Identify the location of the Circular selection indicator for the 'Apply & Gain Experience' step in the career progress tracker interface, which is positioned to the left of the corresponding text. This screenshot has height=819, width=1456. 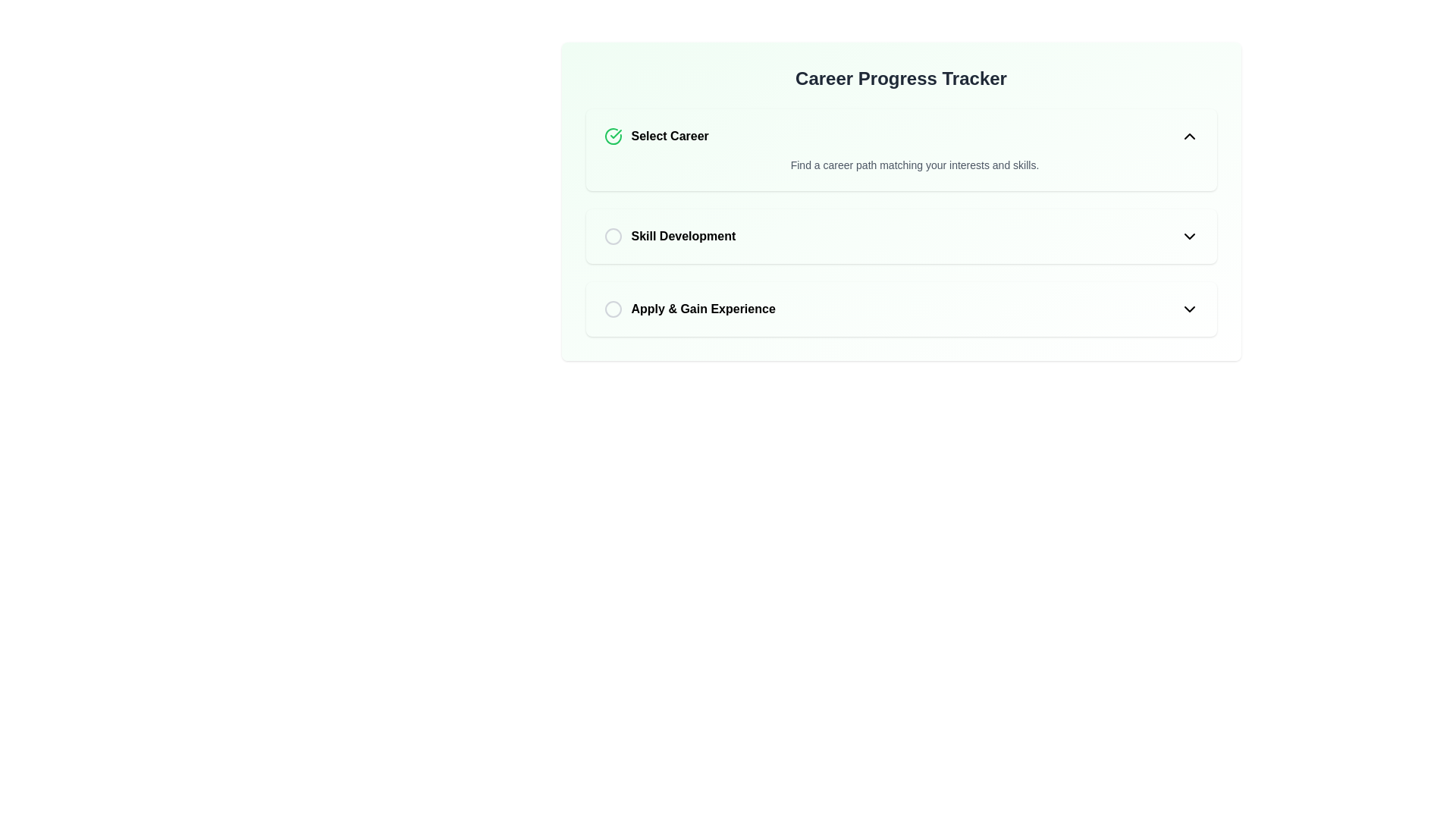
(613, 309).